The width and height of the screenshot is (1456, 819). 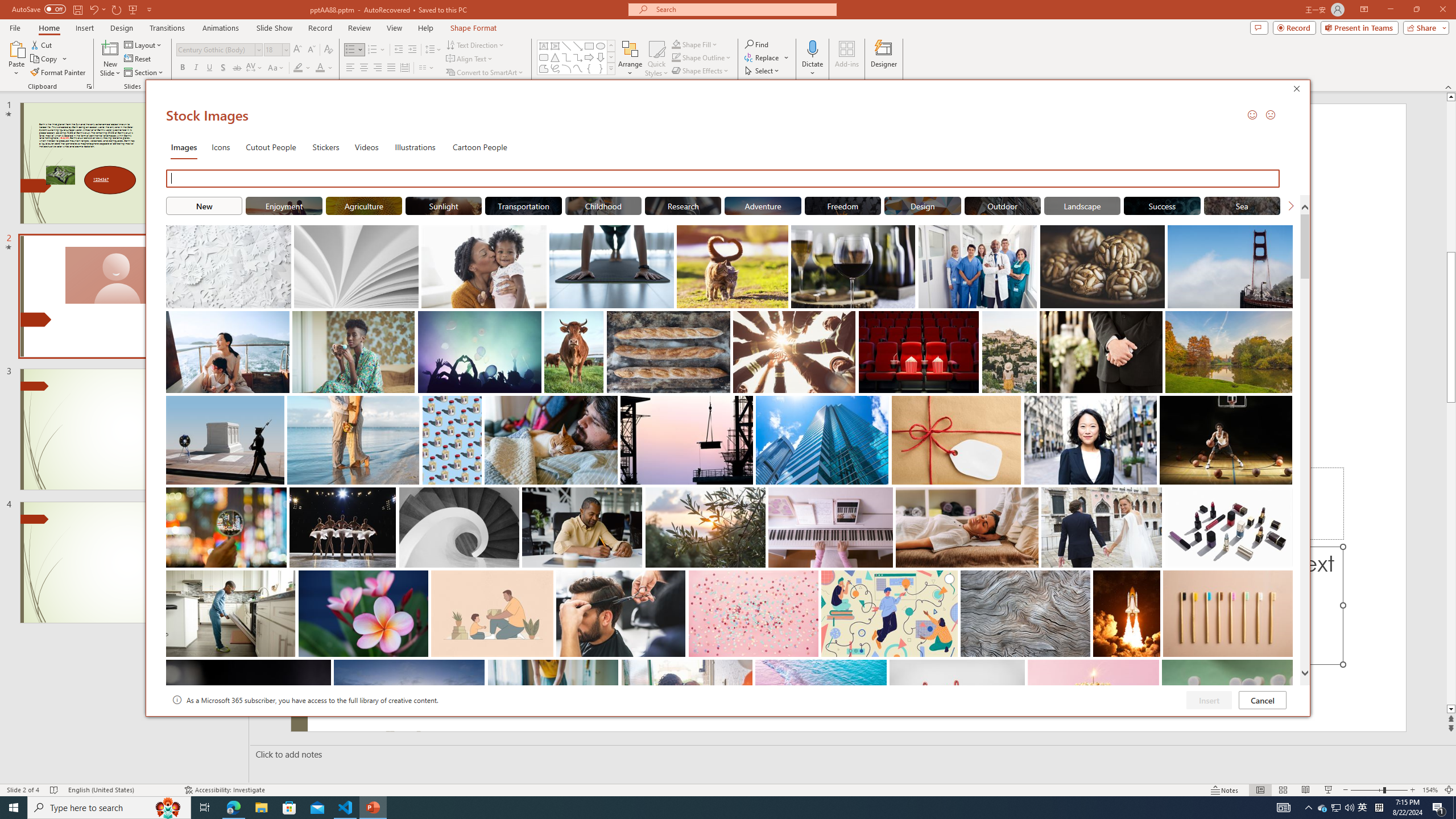 I want to click on 'Videos', so click(x=366, y=146).